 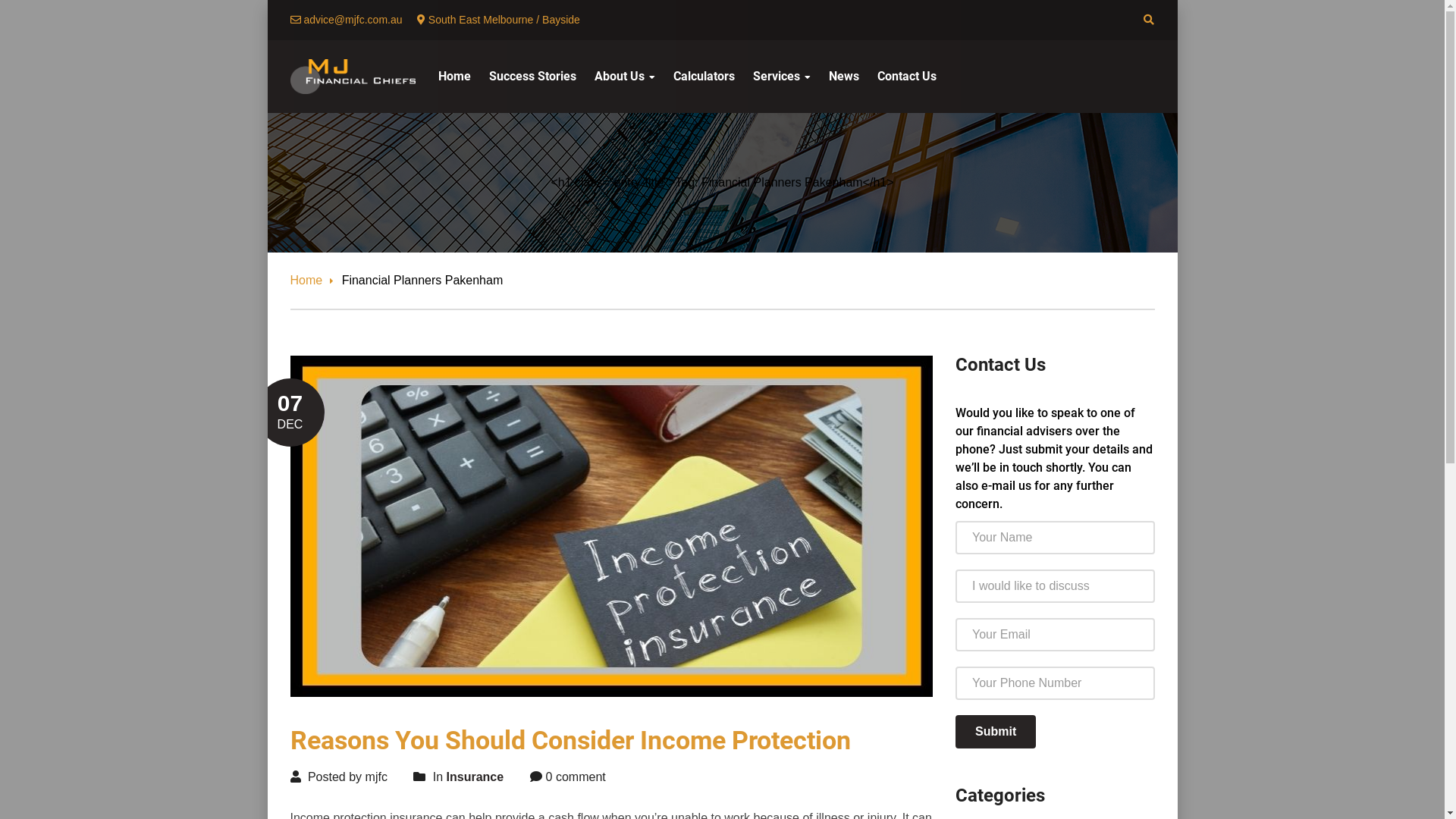 I want to click on 'About Us', so click(x=625, y=76).